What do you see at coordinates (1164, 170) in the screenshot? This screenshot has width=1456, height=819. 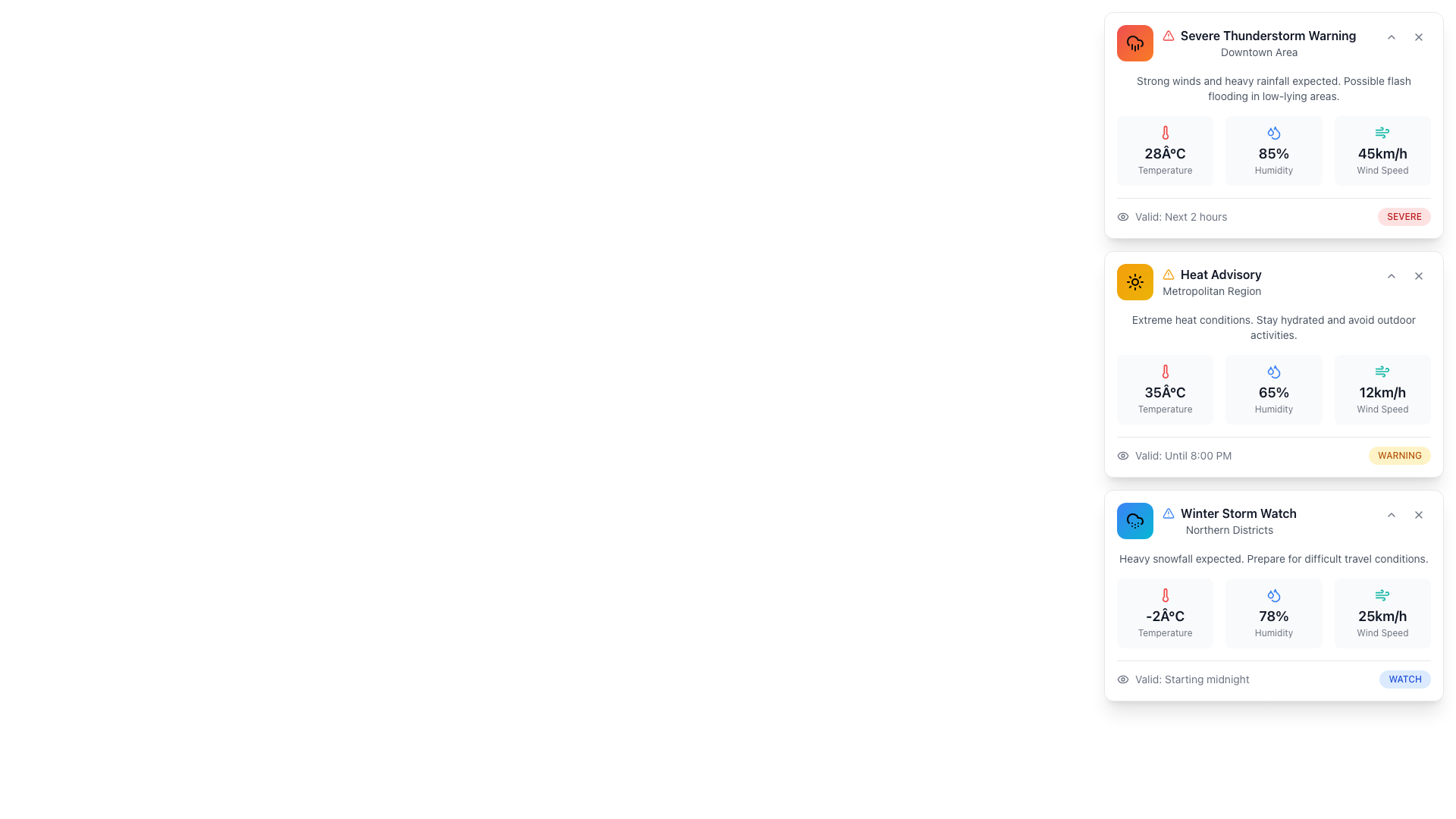 I see `the text label displaying 'Temperature' in a grayish tone, located below the temperature display (28°C) within the weather information card` at bounding box center [1164, 170].